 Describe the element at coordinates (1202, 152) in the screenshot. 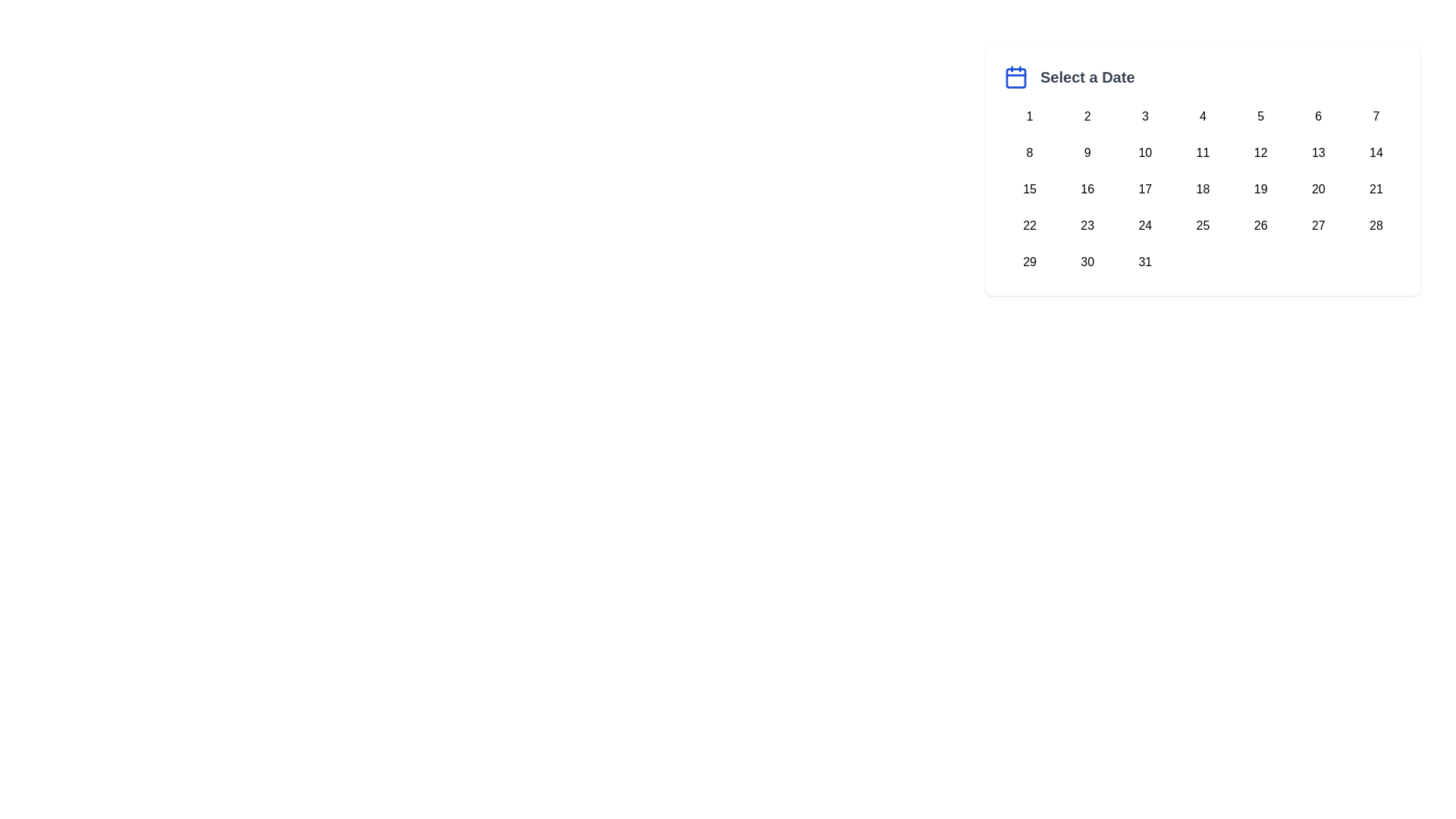

I see `the rectangular button with rounded corners labeled '11' in bold font` at that location.